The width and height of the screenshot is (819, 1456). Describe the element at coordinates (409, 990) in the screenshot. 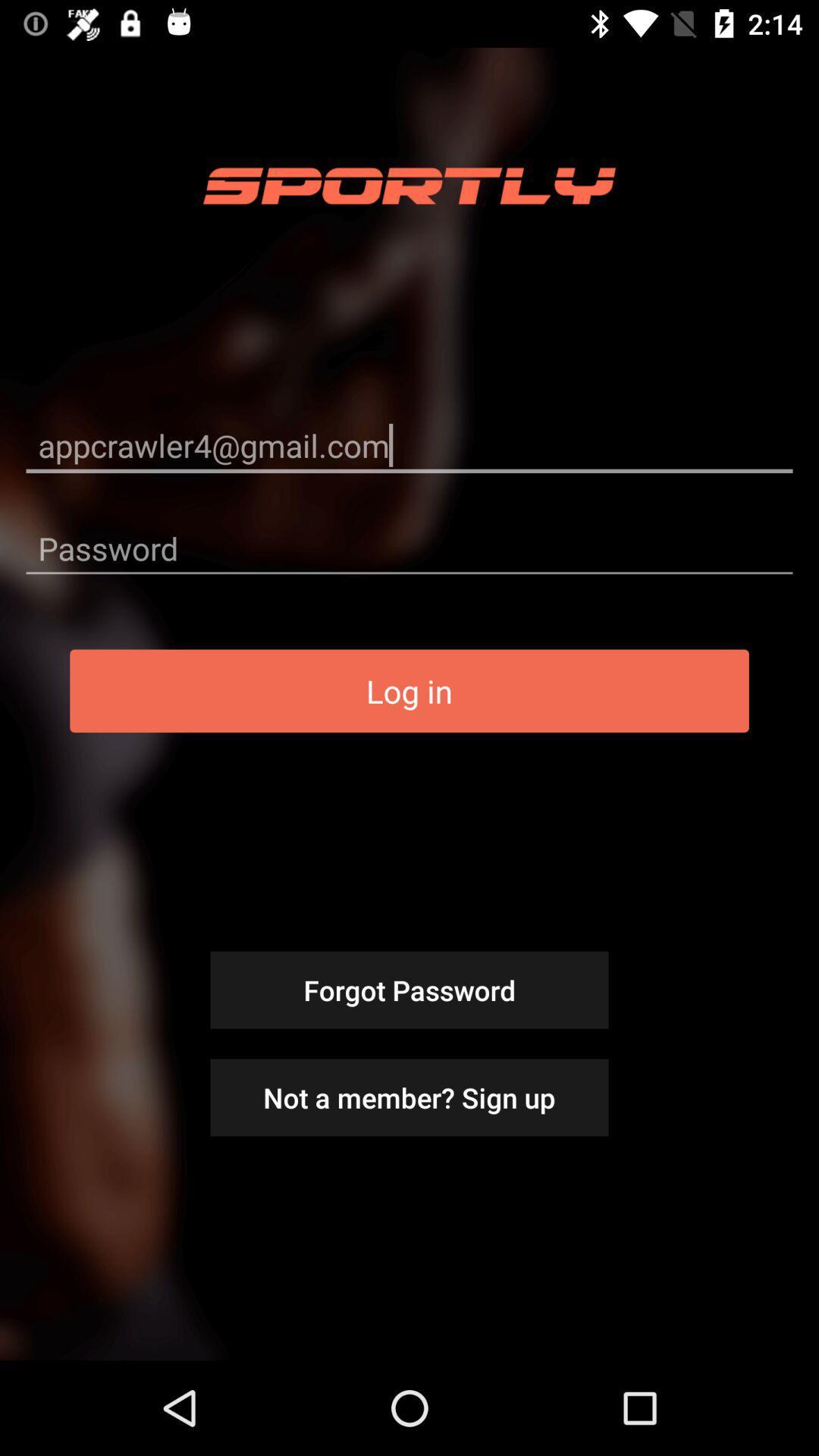

I see `item above the not a member` at that location.